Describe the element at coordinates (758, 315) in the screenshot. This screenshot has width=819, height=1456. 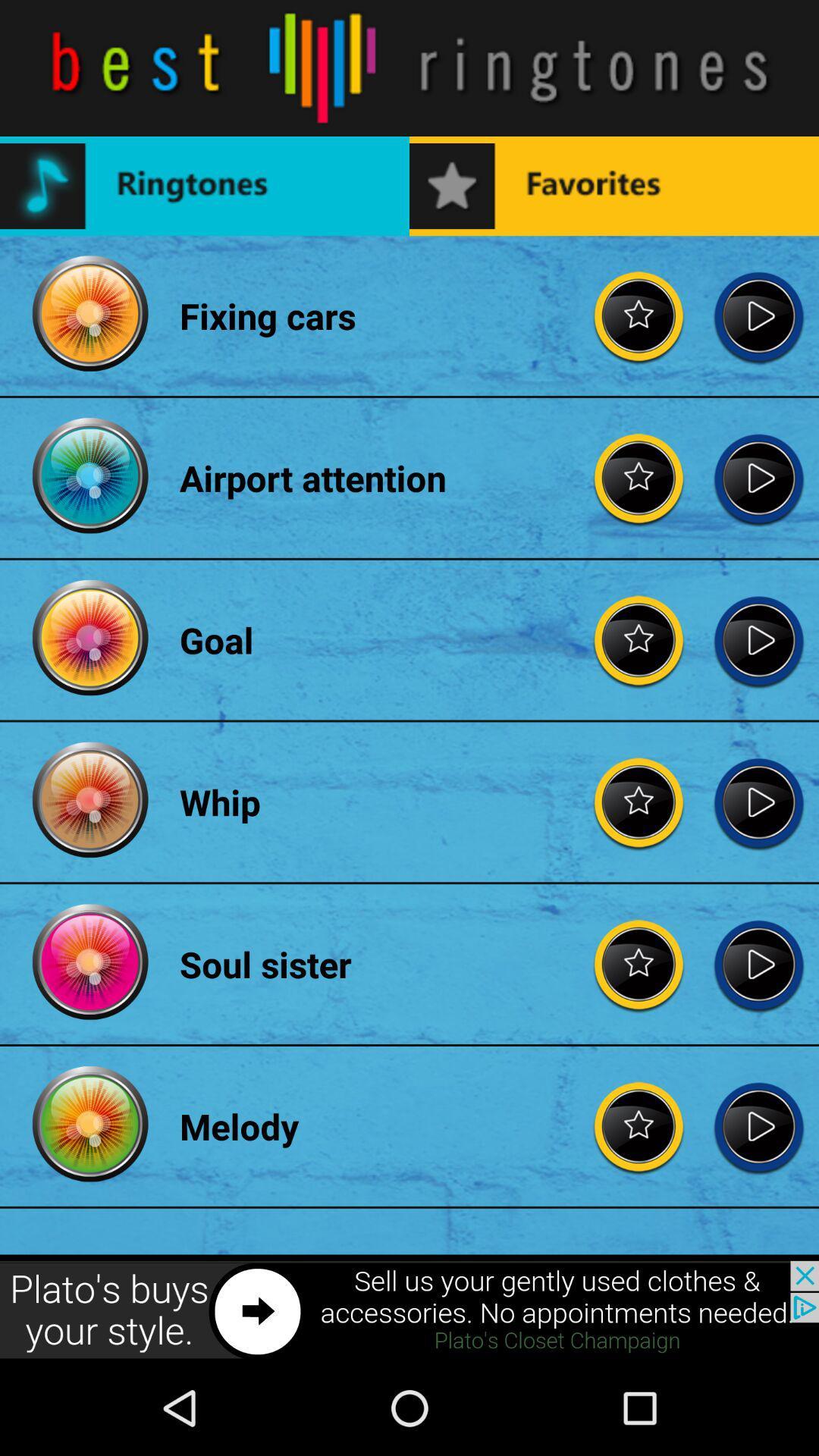
I see `go next` at that location.